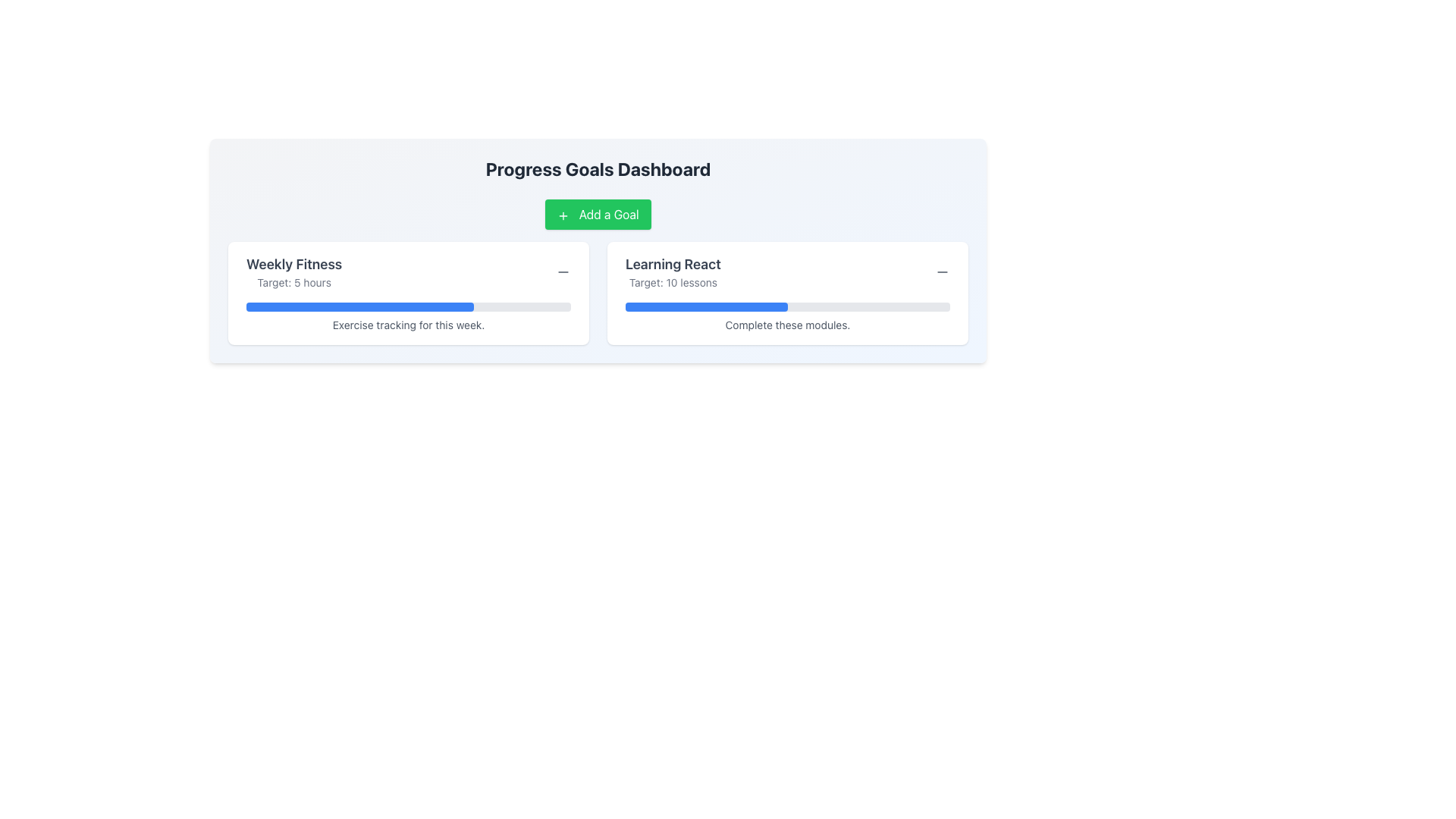 The image size is (1456, 819). Describe the element at coordinates (359, 307) in the screenshot. I see `the blue rectangular progress bar with rounded edges located in the 'Progress Goals Dashboard' interface, situated below the 'Weekly Fitness' section` at that location.